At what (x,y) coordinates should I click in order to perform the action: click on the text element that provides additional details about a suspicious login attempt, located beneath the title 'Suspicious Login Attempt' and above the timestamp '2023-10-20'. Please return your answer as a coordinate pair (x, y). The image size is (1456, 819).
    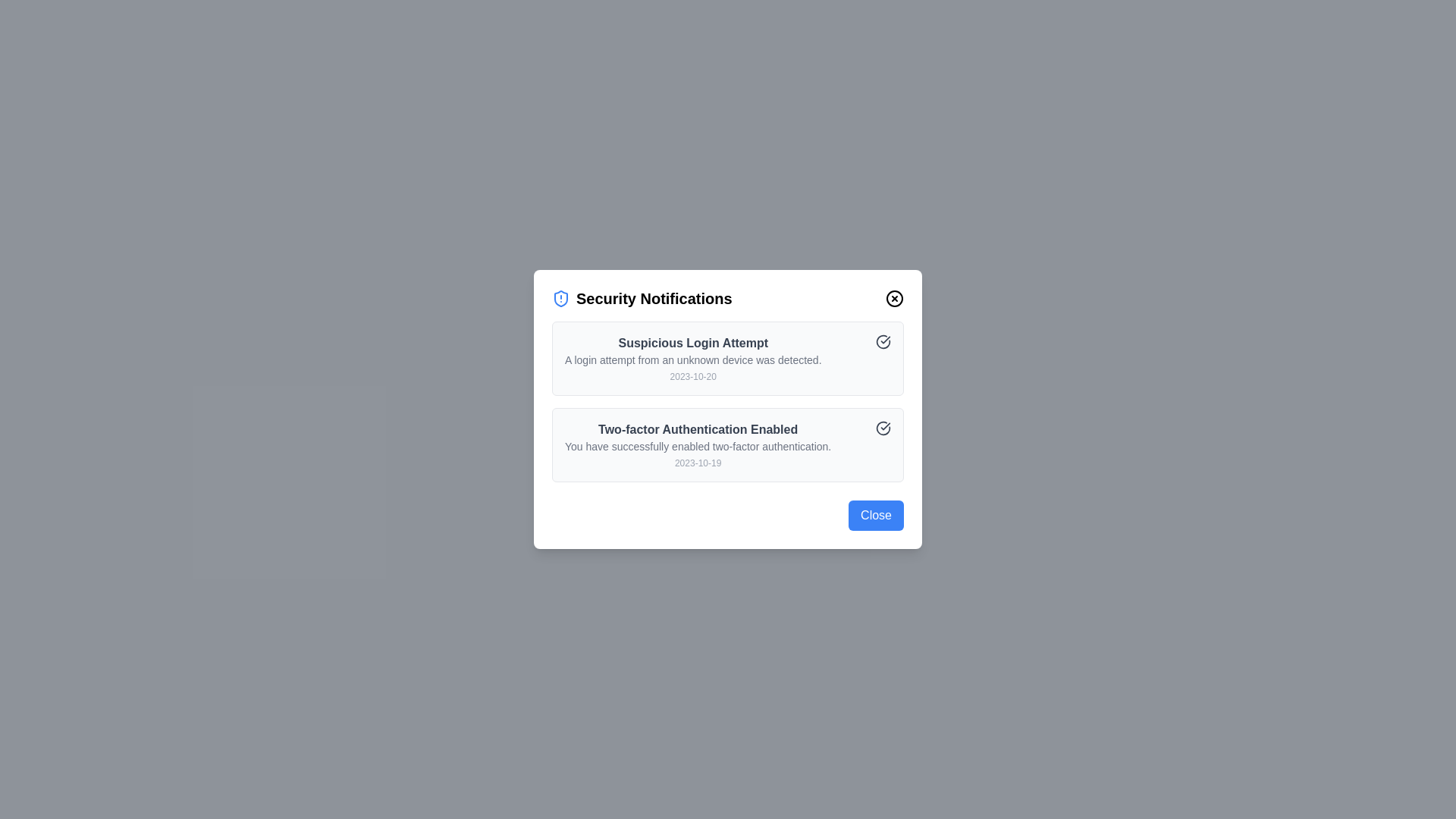
    Looking at the image, I should click on (692, 359).